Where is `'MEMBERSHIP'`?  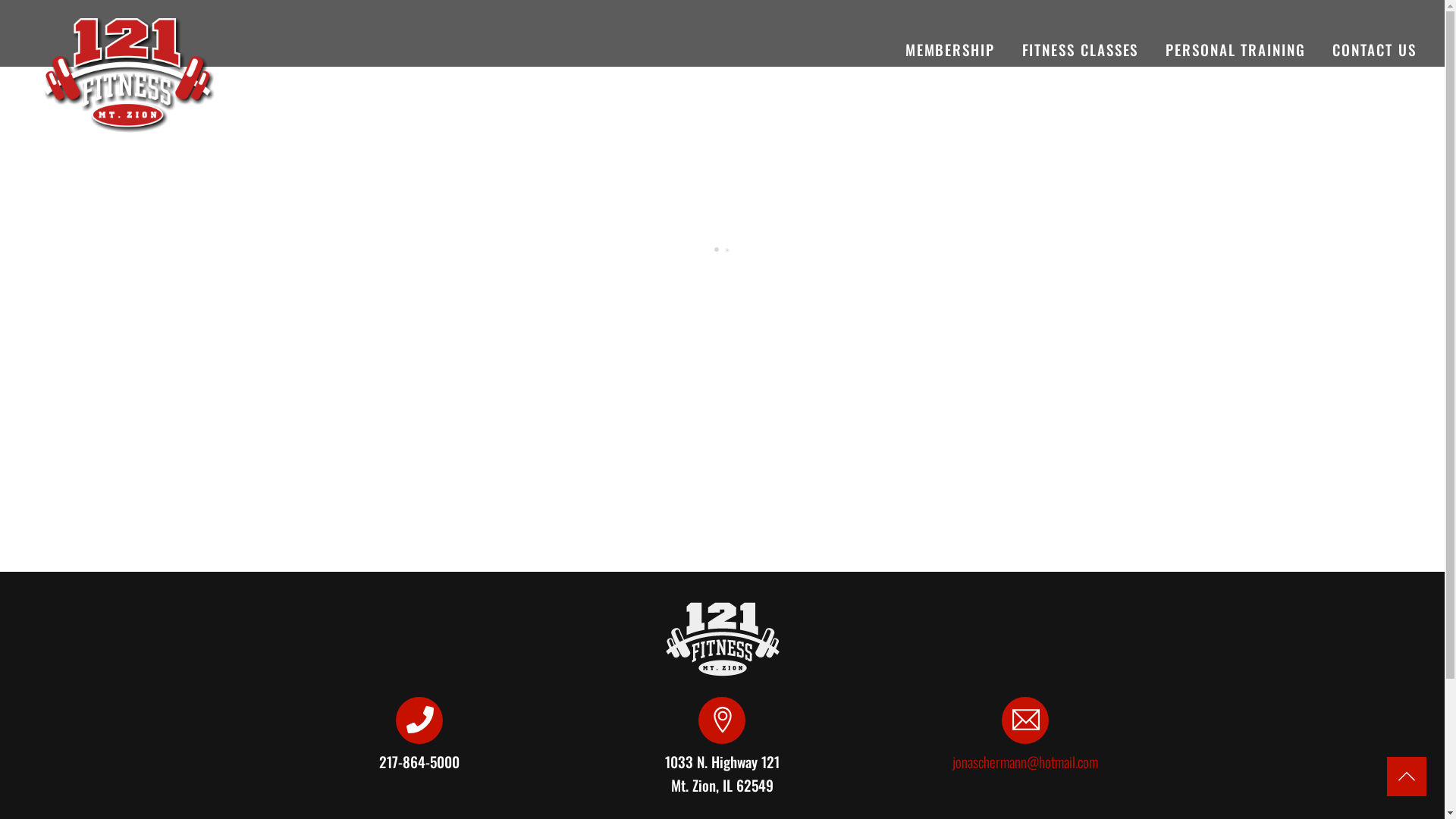
'MEMBERSHIP' is located at coordinates (949, 51).